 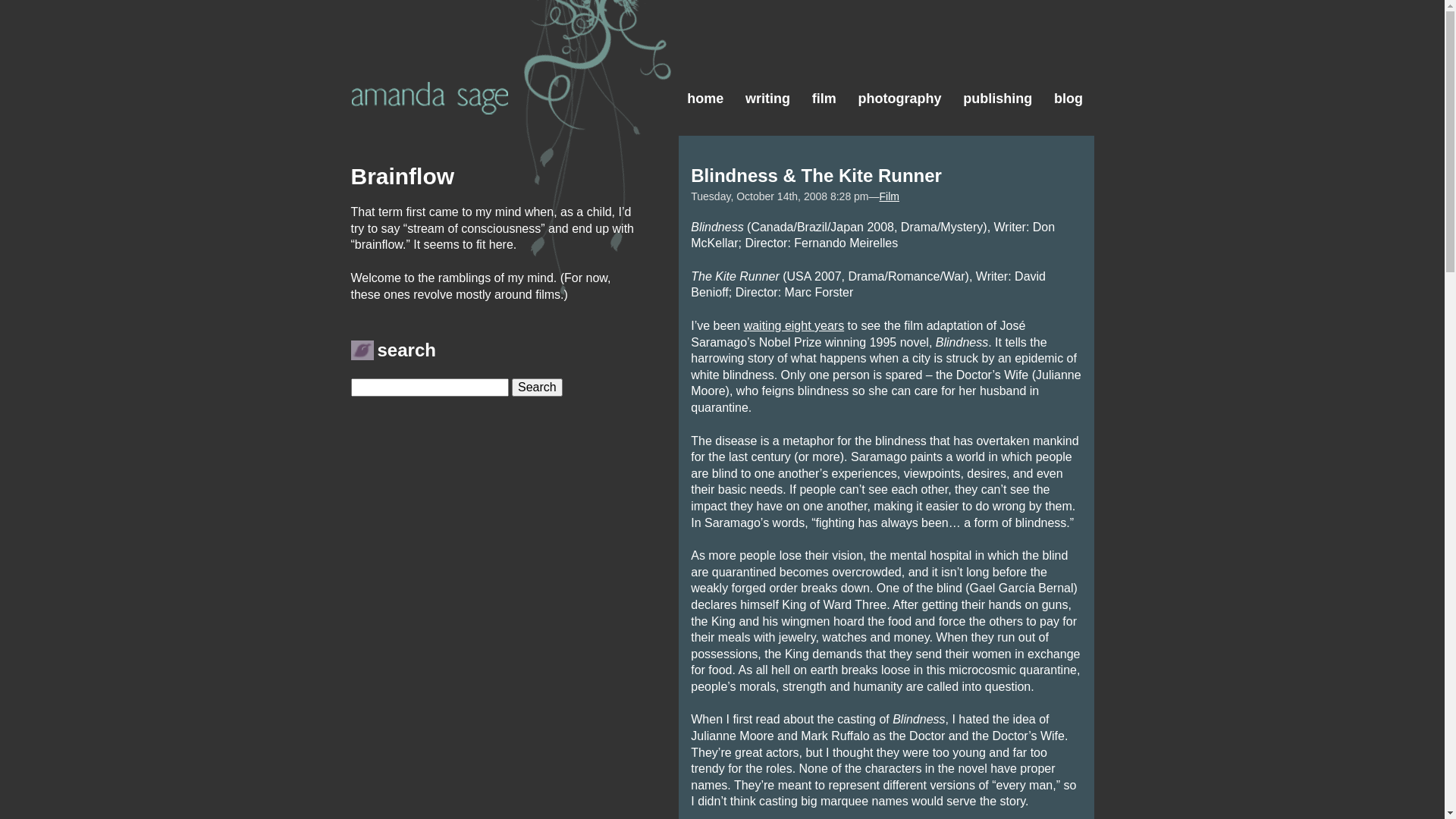 What do you see at coordinates (997, 61) in the screenshot?
I see `'publishing'` at bounding box center [997, 61].